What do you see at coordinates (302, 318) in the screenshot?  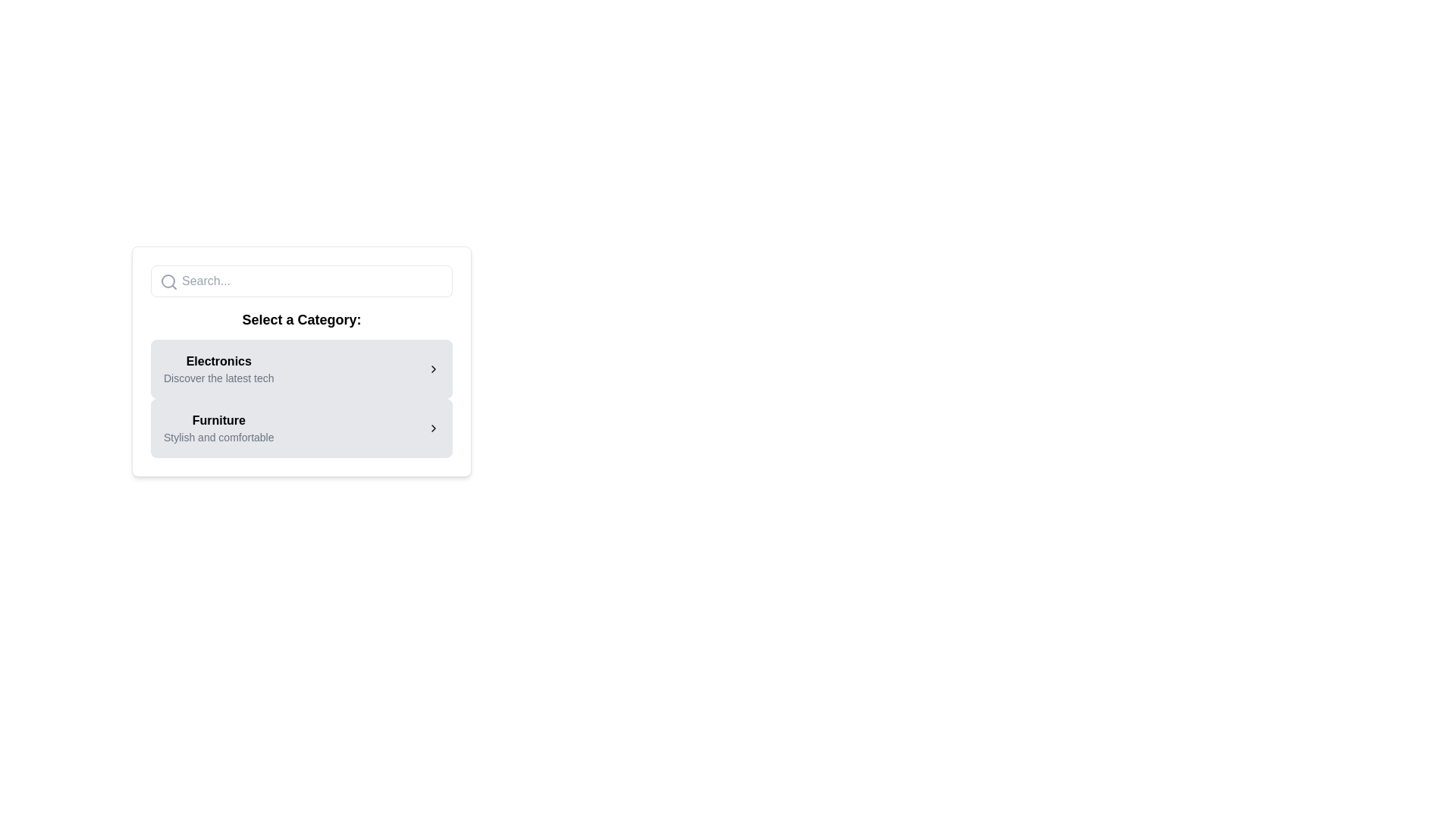 I see `the heading element that introduces the user to the category selection interface, positioned beneath the search bar and above the categories 'Electronics' and 'Furniture'` at bounding box center [302, 318].